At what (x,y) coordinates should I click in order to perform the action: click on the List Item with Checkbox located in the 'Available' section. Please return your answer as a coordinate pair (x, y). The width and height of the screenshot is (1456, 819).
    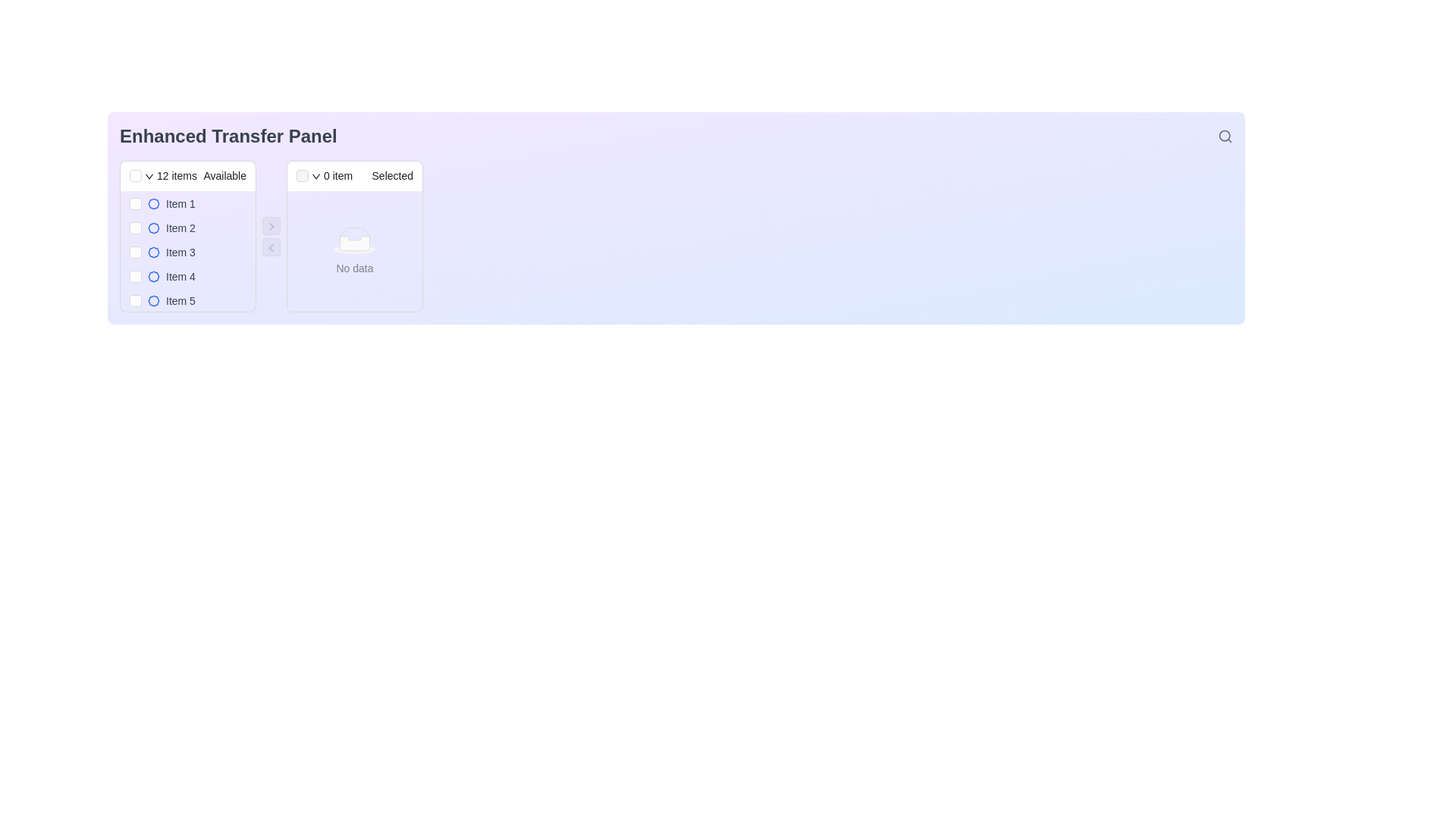
    Looking at the image, I should click on (187, 251).